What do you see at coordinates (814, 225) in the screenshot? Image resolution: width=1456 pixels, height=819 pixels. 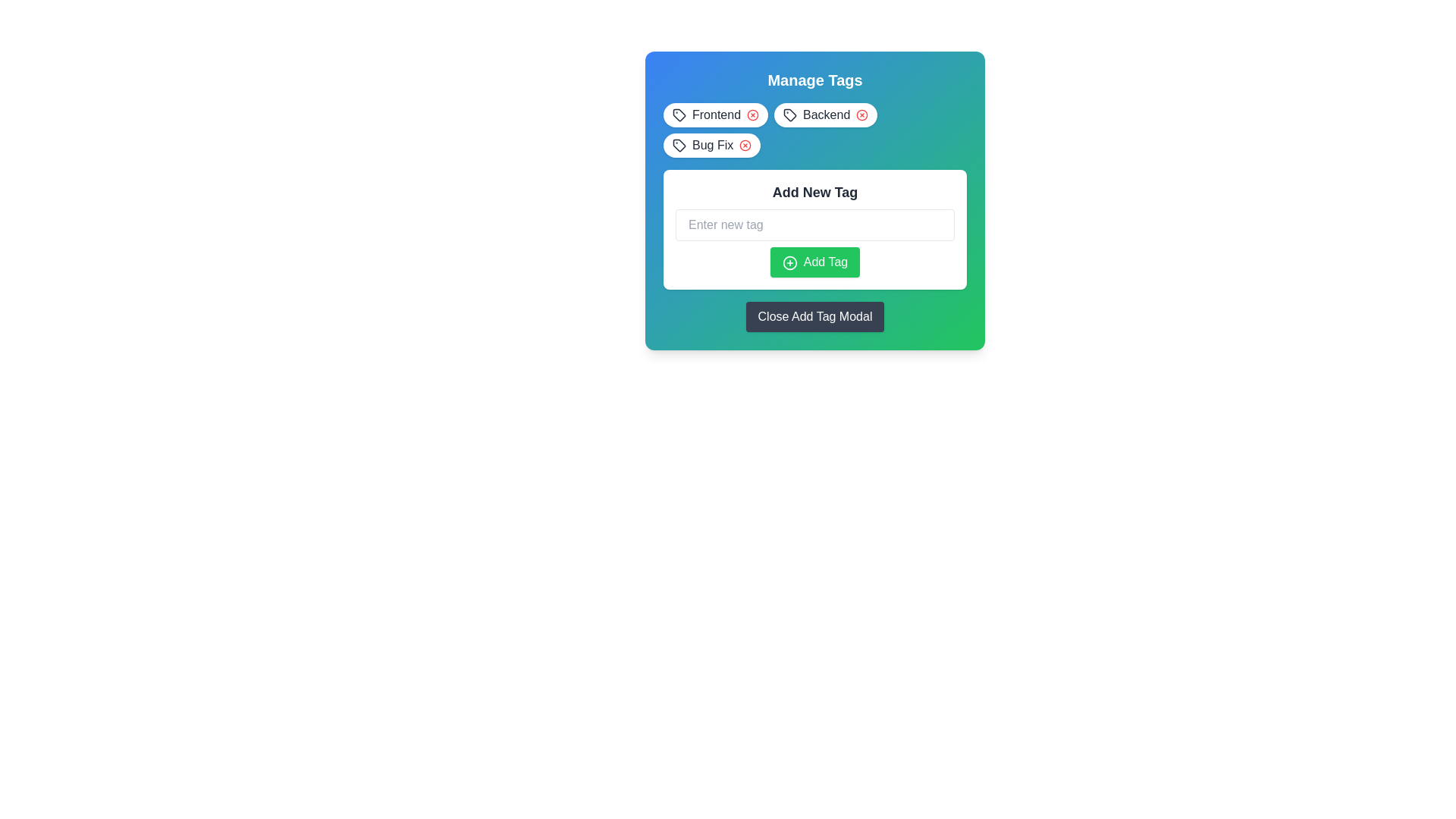 I see `the text input field for adding a new tag, located below the 'Add New Tag' heading in the modal` at bounding box center [814, 225].